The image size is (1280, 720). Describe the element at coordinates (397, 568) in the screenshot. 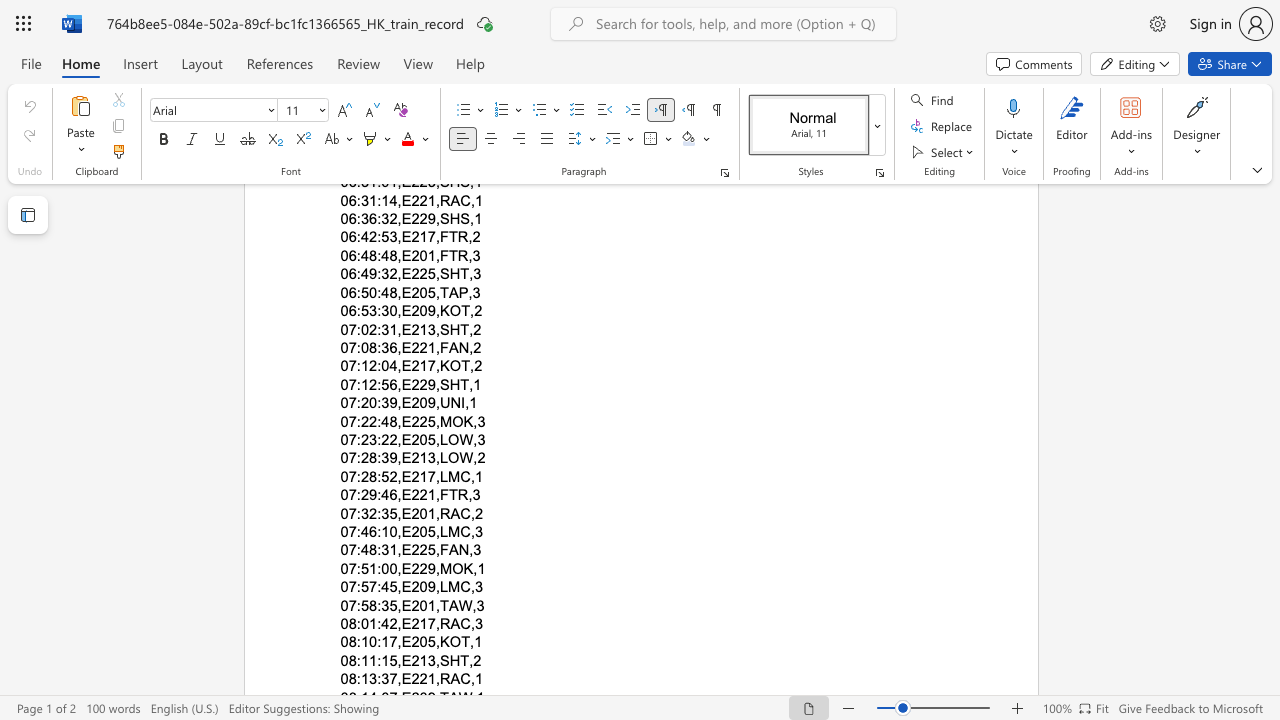

I see `the subset text ",E229," within the text "07:51:00,E229,MOK,1"` at that location.